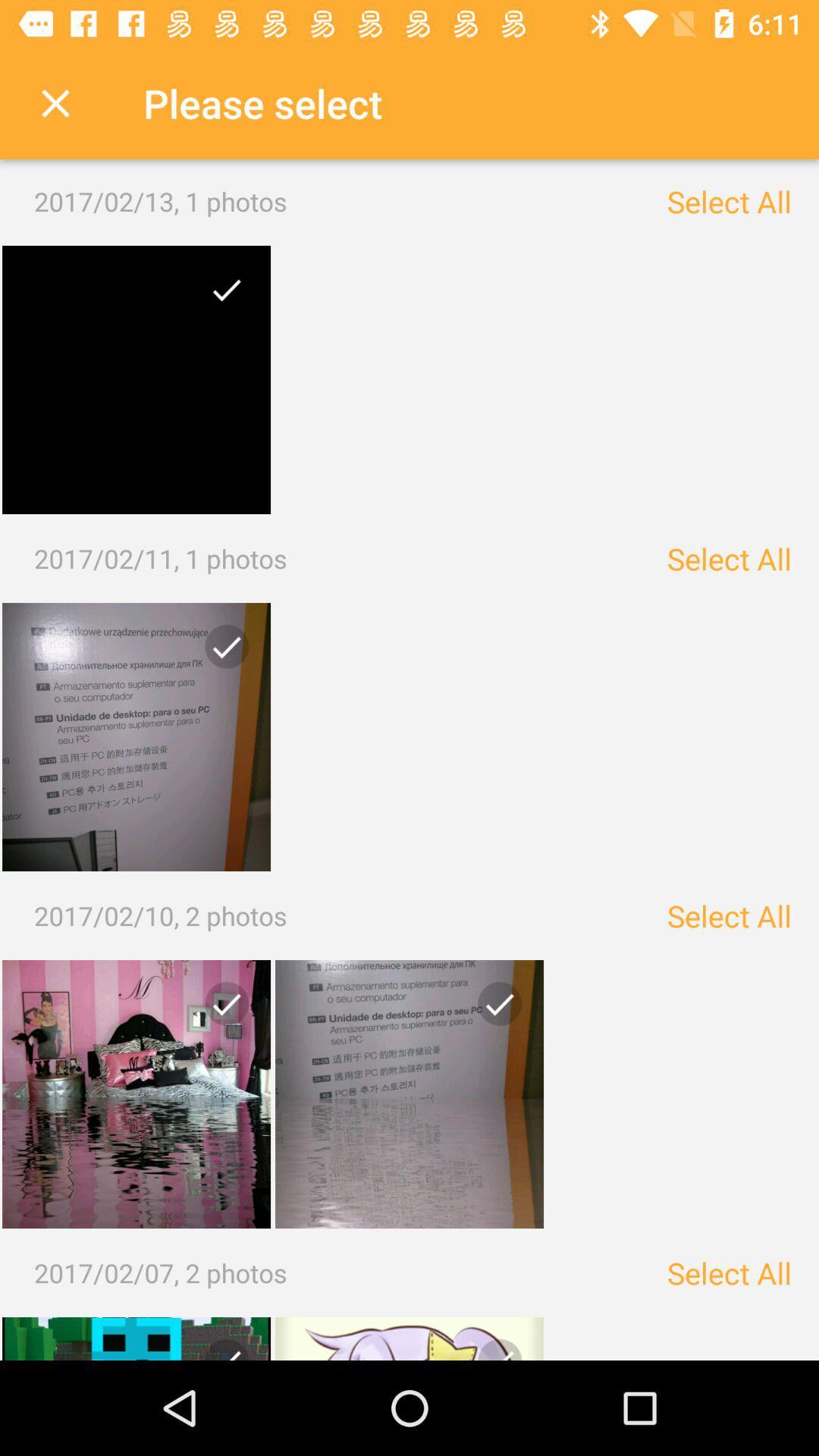 The width and height of the screenshot is (819, 1456). I want to click on selected picture, so click(136, 379).